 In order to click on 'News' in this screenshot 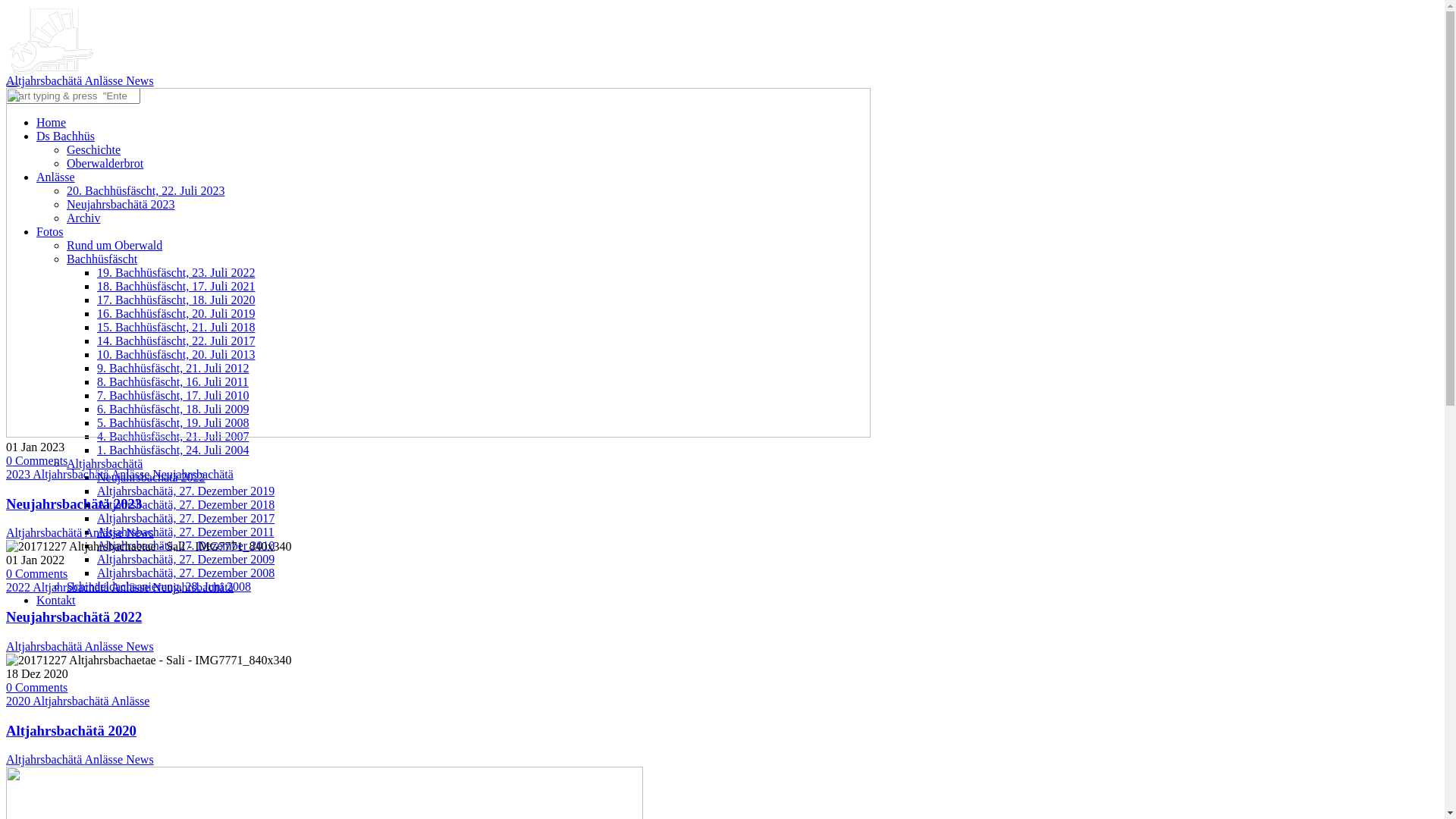, I will do `click(139, 80)`.